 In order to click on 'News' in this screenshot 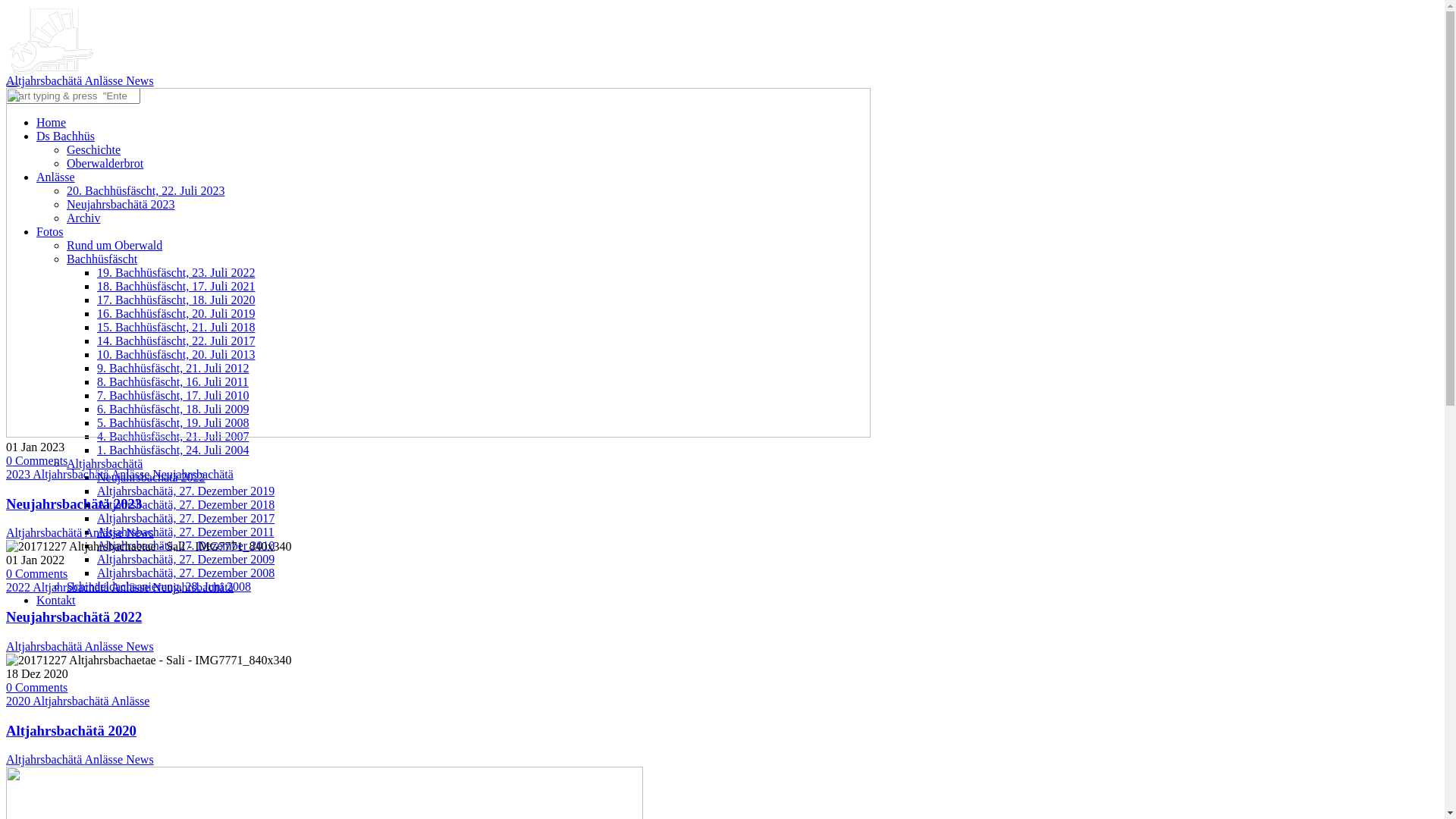, I will do `click(139, 80)`.